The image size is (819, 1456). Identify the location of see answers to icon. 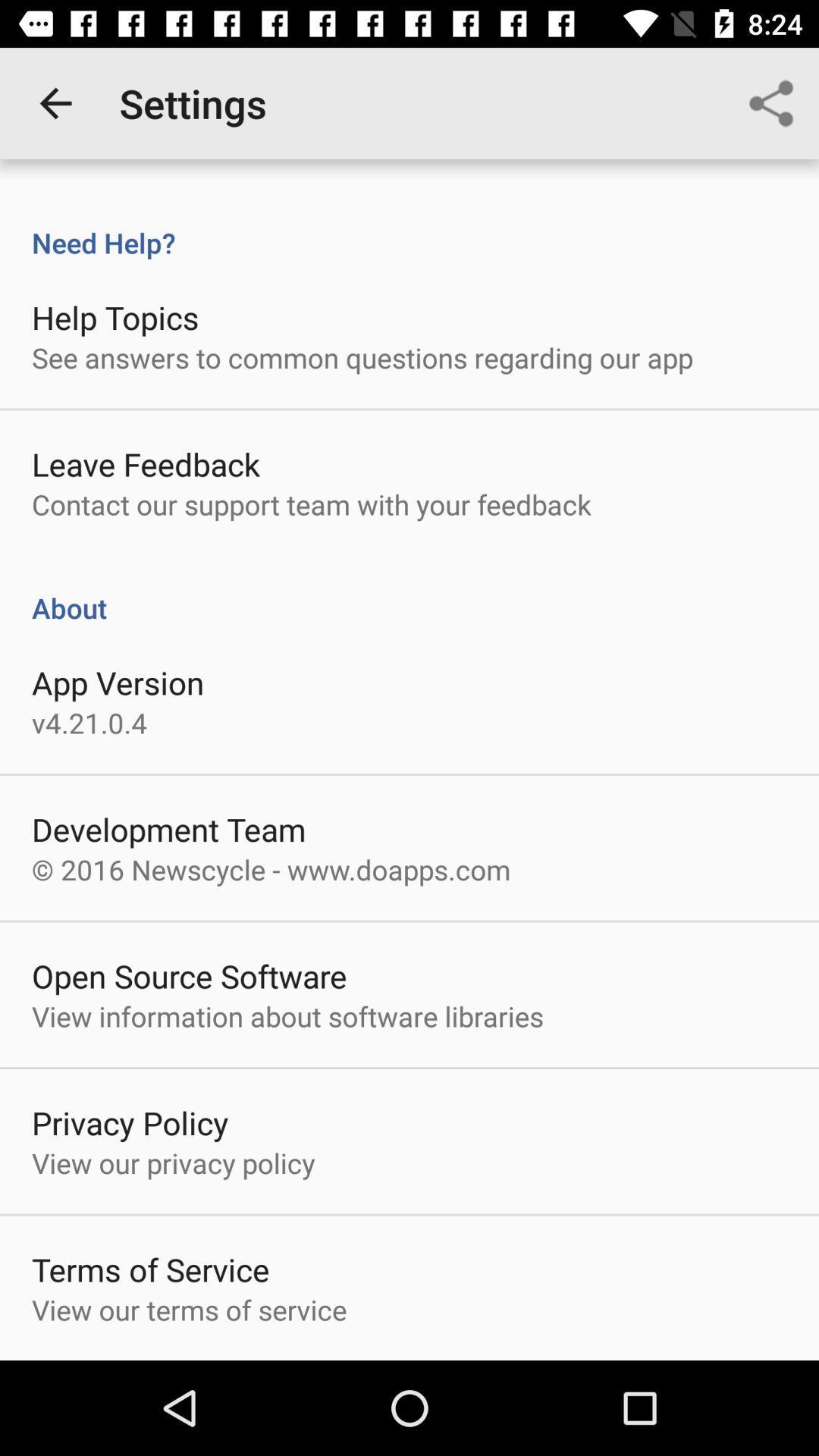
(362, 356).